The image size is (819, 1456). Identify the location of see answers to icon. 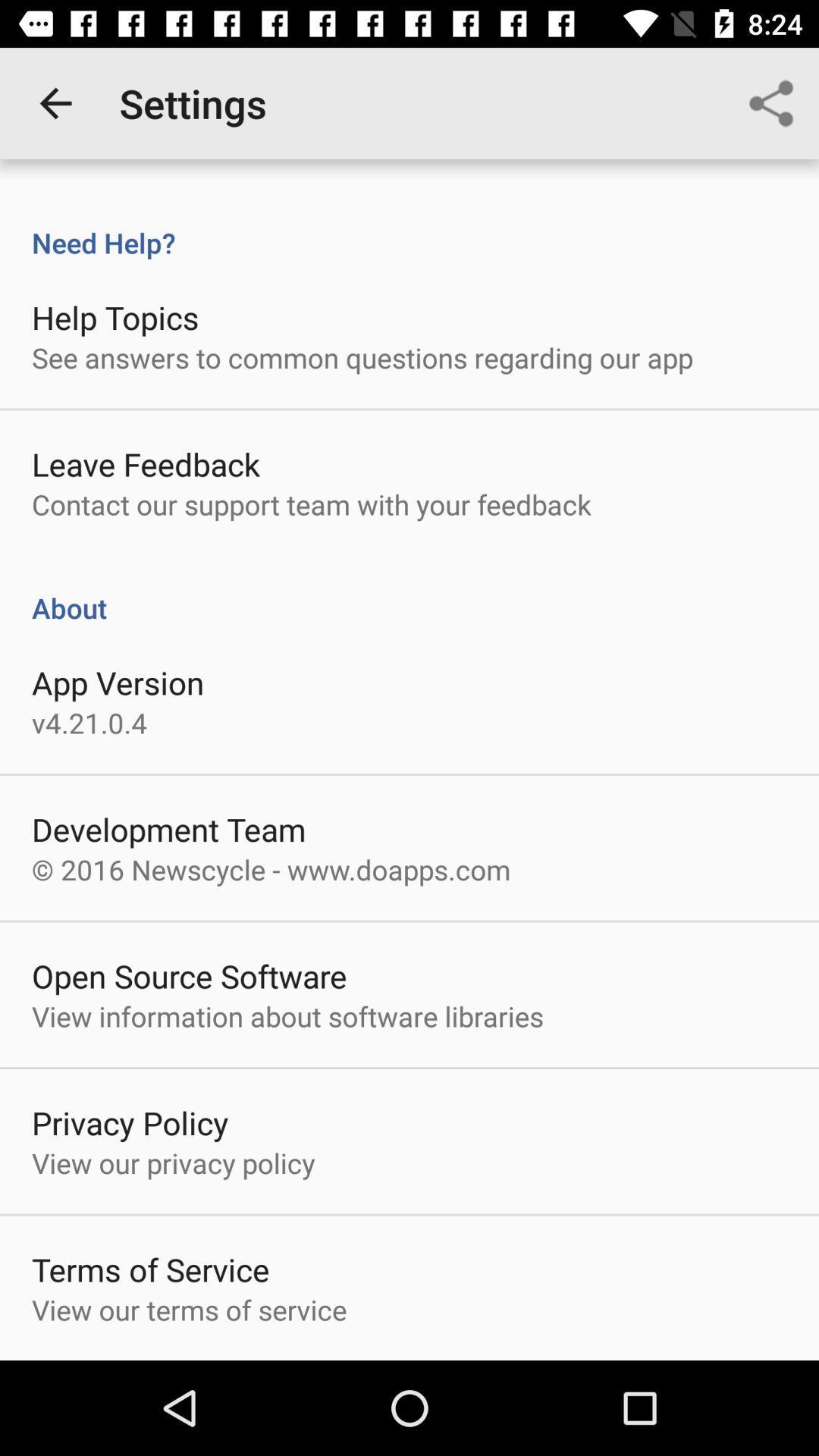
(362, 356).